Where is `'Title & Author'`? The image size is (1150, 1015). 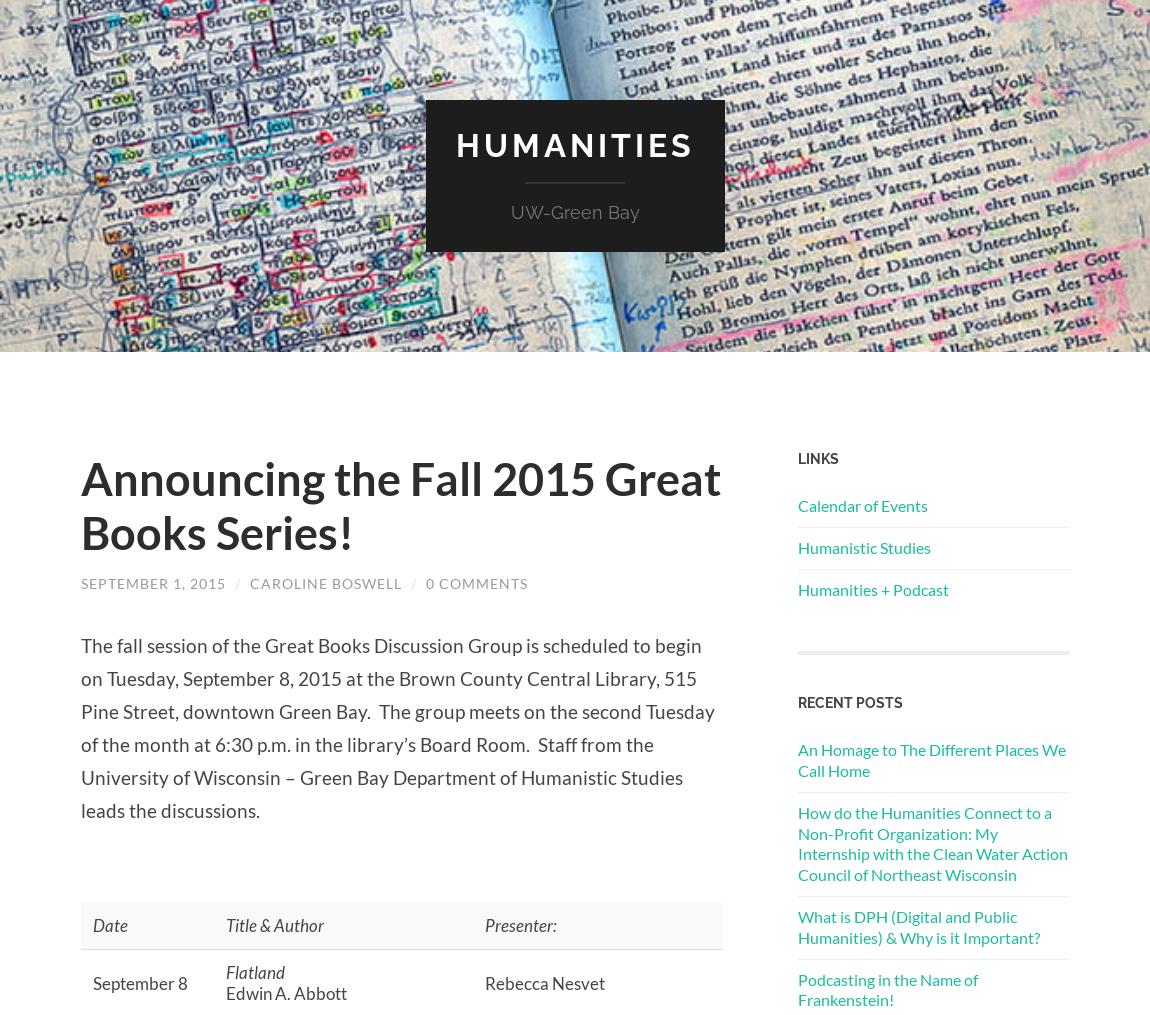
'Title & Author' is located at coordinates (273, 923).